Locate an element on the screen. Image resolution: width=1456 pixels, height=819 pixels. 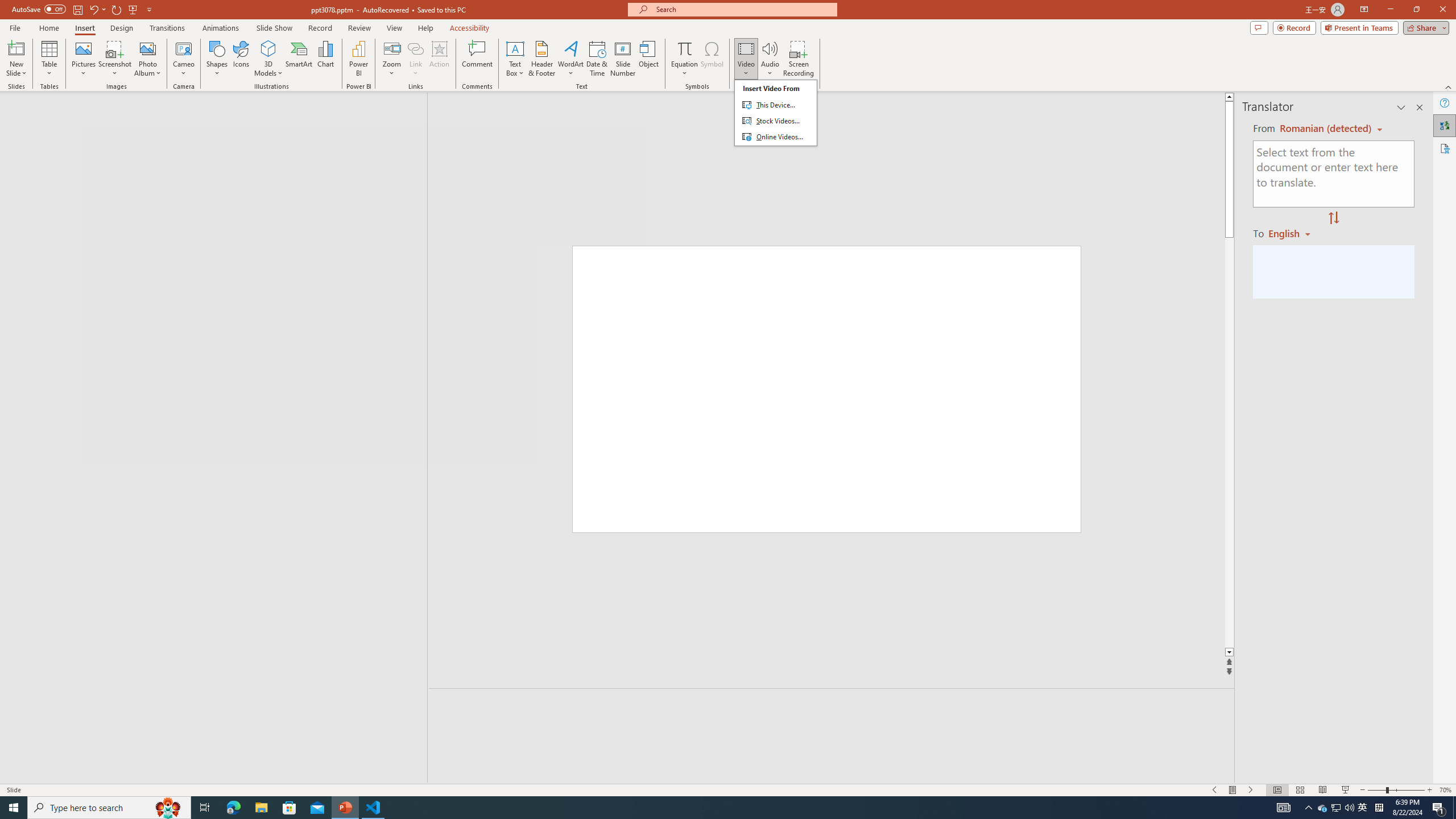
'Link' is located at coordinates (415, 48).